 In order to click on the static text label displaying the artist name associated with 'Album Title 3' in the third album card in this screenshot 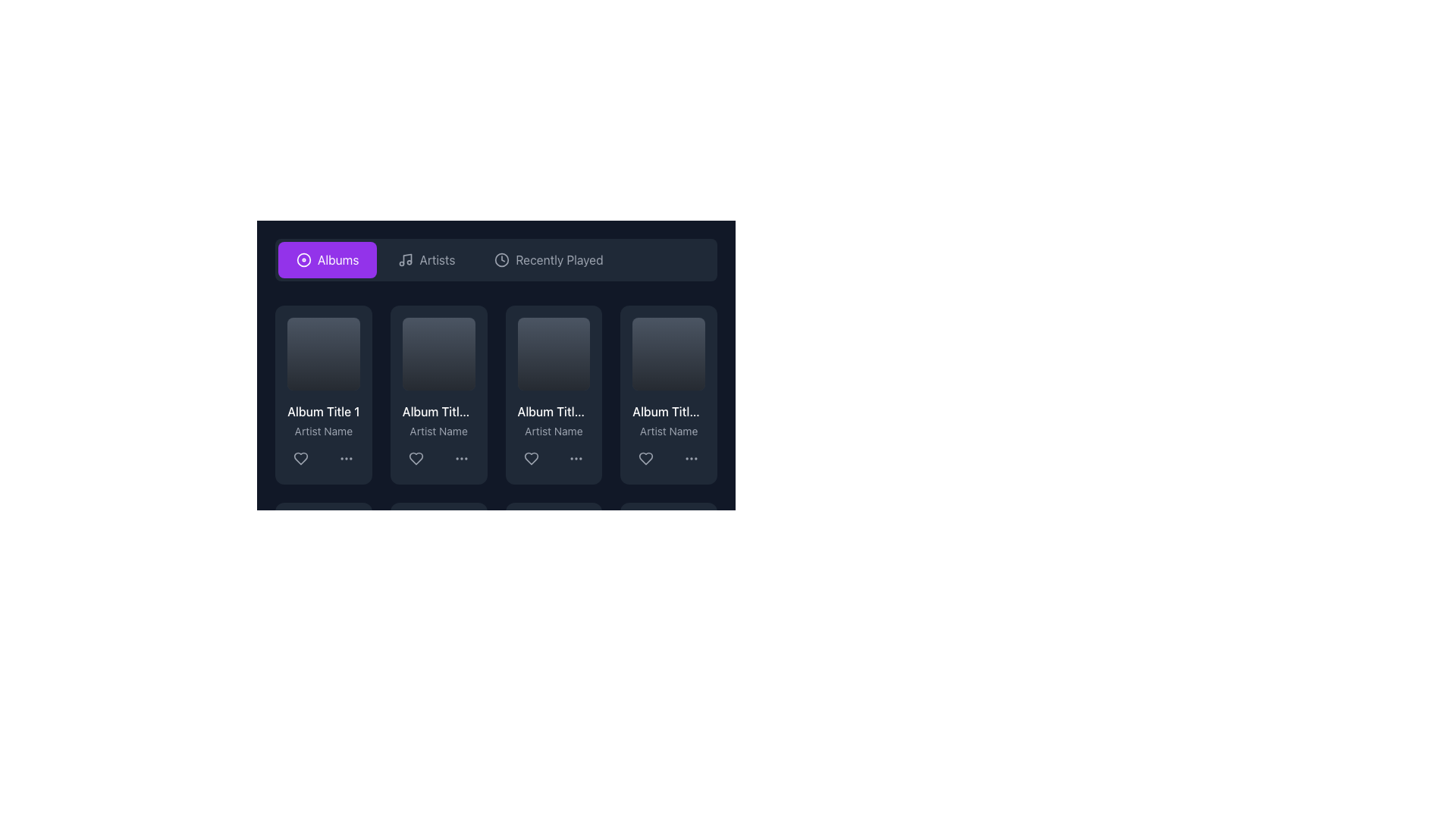, I will do `click(553, 431)`.